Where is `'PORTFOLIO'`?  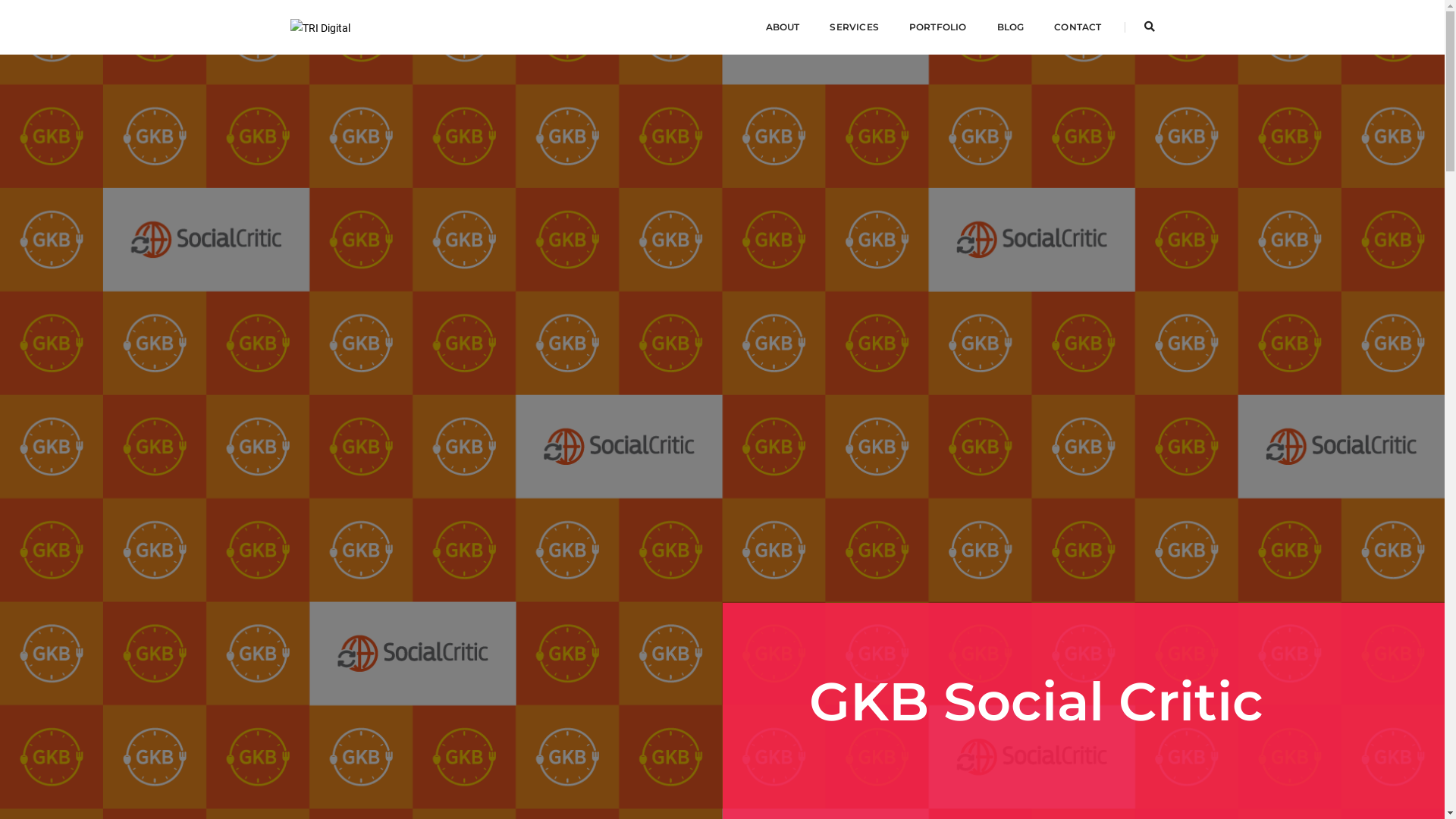 'PORTFOLIO' is located at coordinates (937, 27).